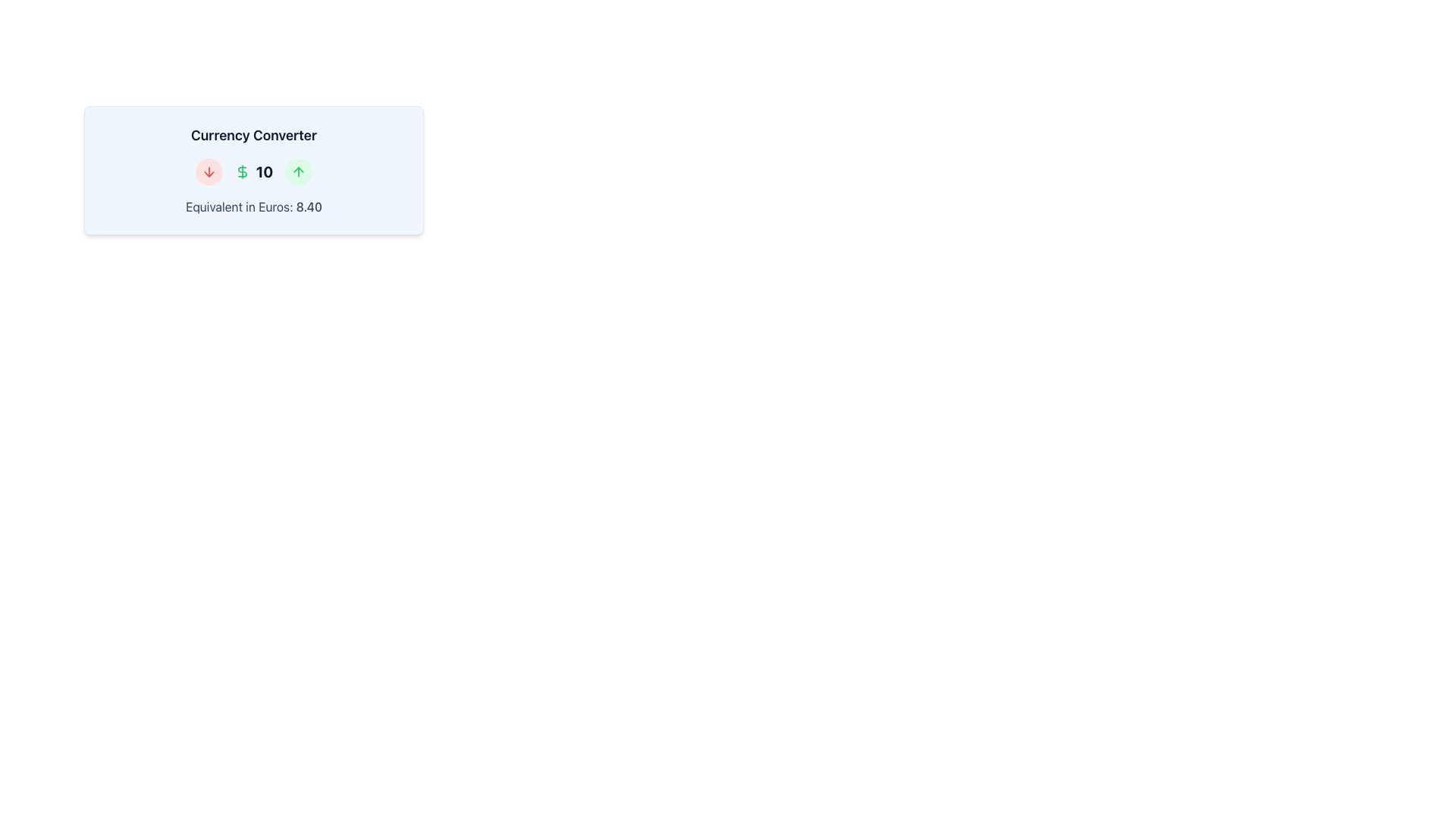 This screenshot has width=1456, height=819. Describe the element at coordinates (299, 171) in the screenshot. I see `the green circular button containing the upward arrow icon, which is the third button in the row of interactive elements` at that location.